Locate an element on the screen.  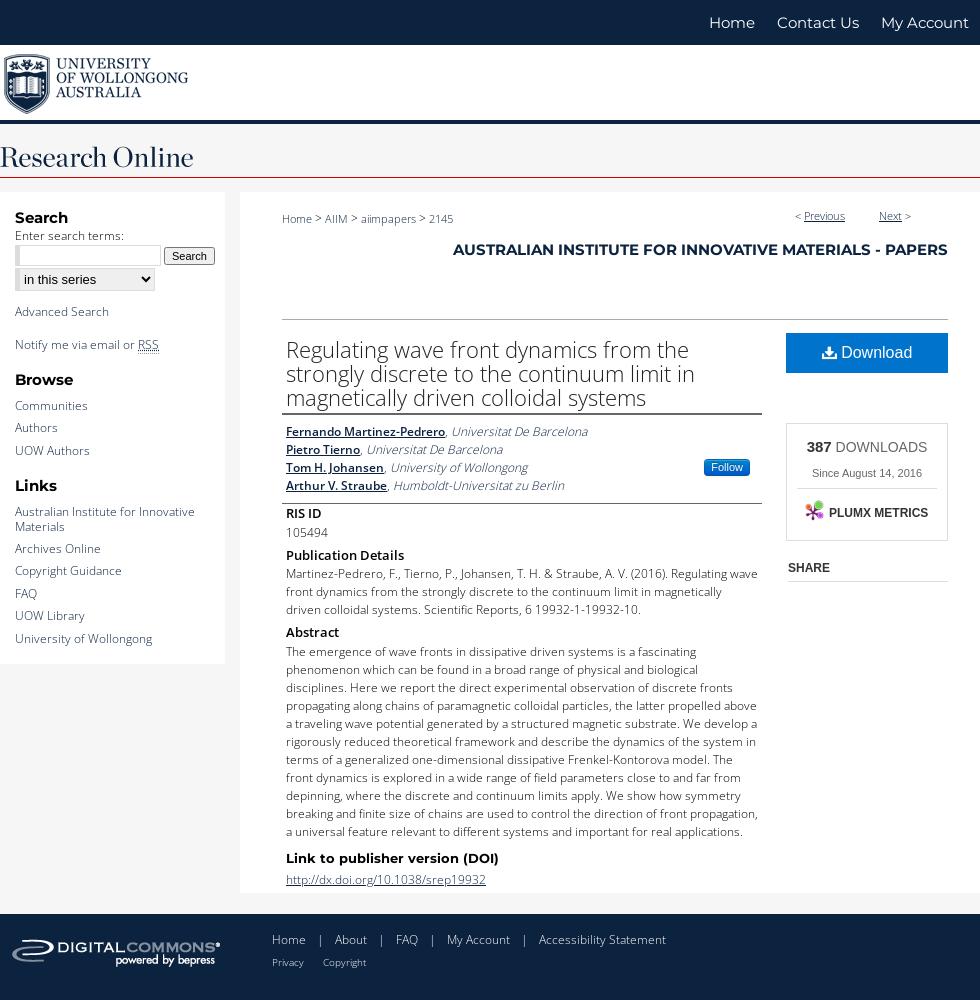
'Advanced Search' is located at coordinates (61, 311).